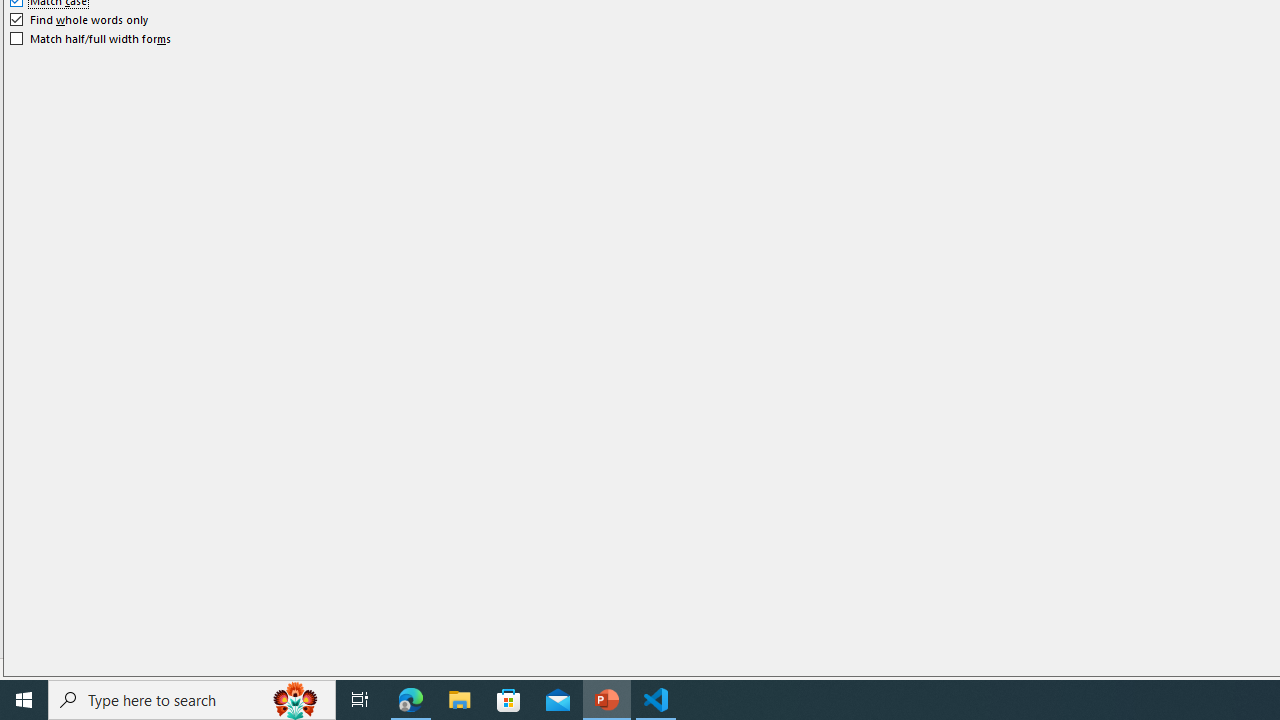  I want to click on 'Find whole words only', so click(80, 20).